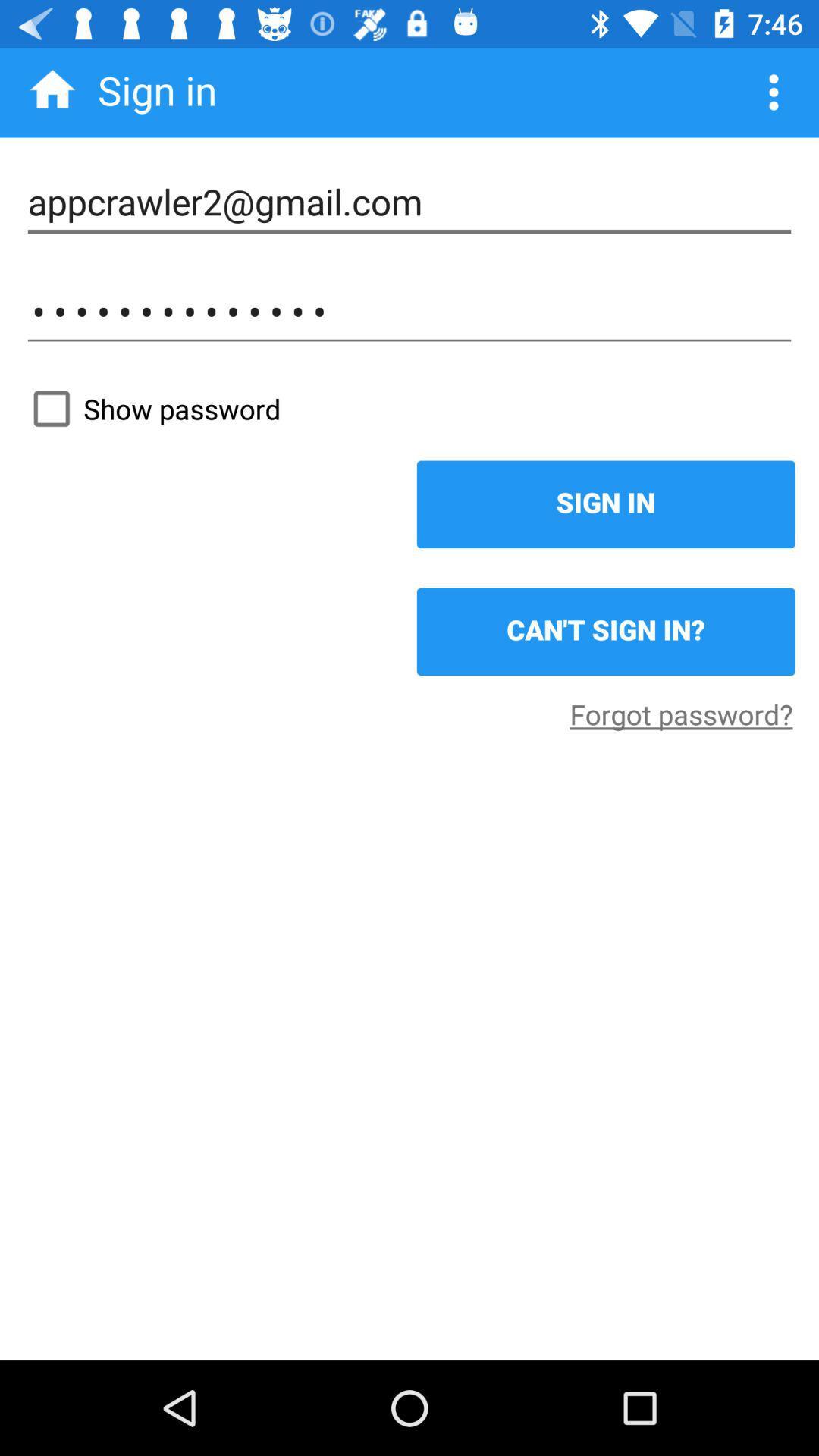 Image resolution: width=819 pixels, height=1456 pixels. What do you see at coordinates (605, 632) in the screenshot?
I see `the icon above forgot password?` at bounding box center [605, 632].